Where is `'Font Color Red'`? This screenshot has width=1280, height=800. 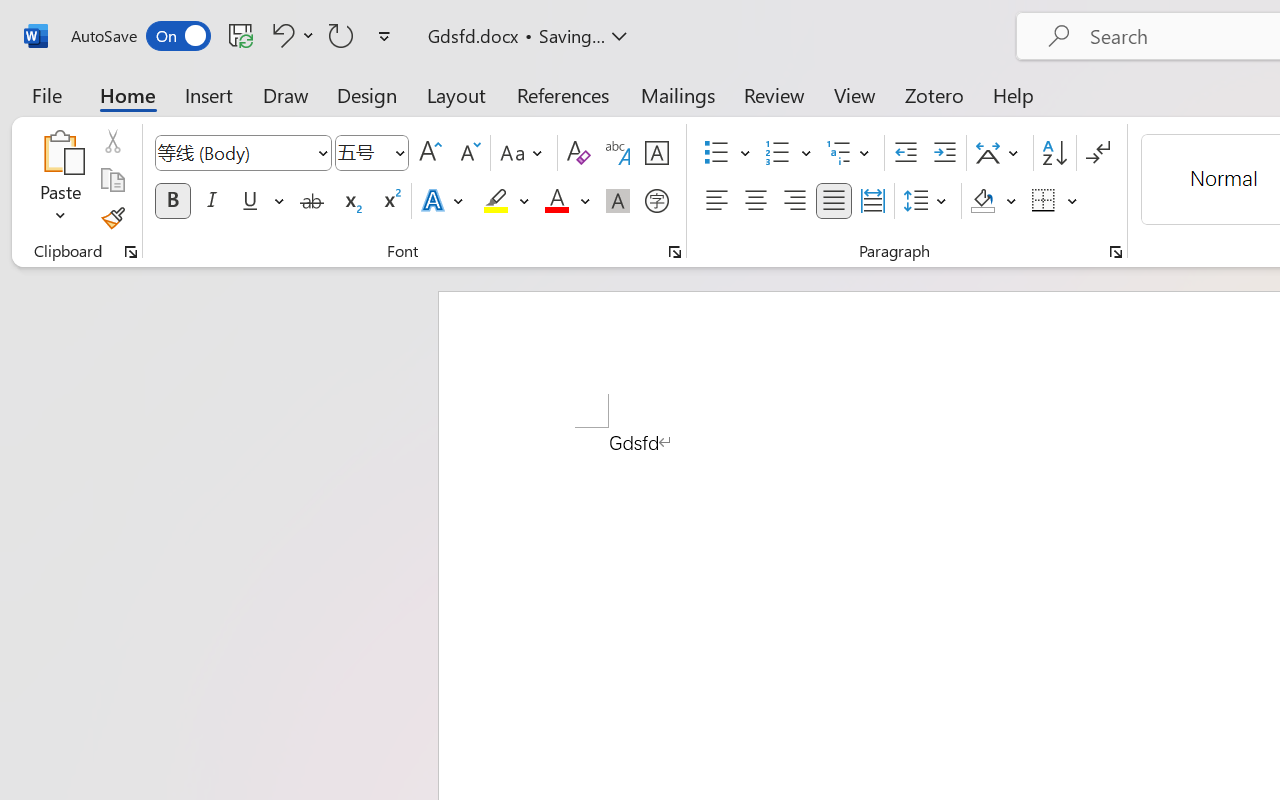
'Font Color Red' is located at coordinates (556, 201).